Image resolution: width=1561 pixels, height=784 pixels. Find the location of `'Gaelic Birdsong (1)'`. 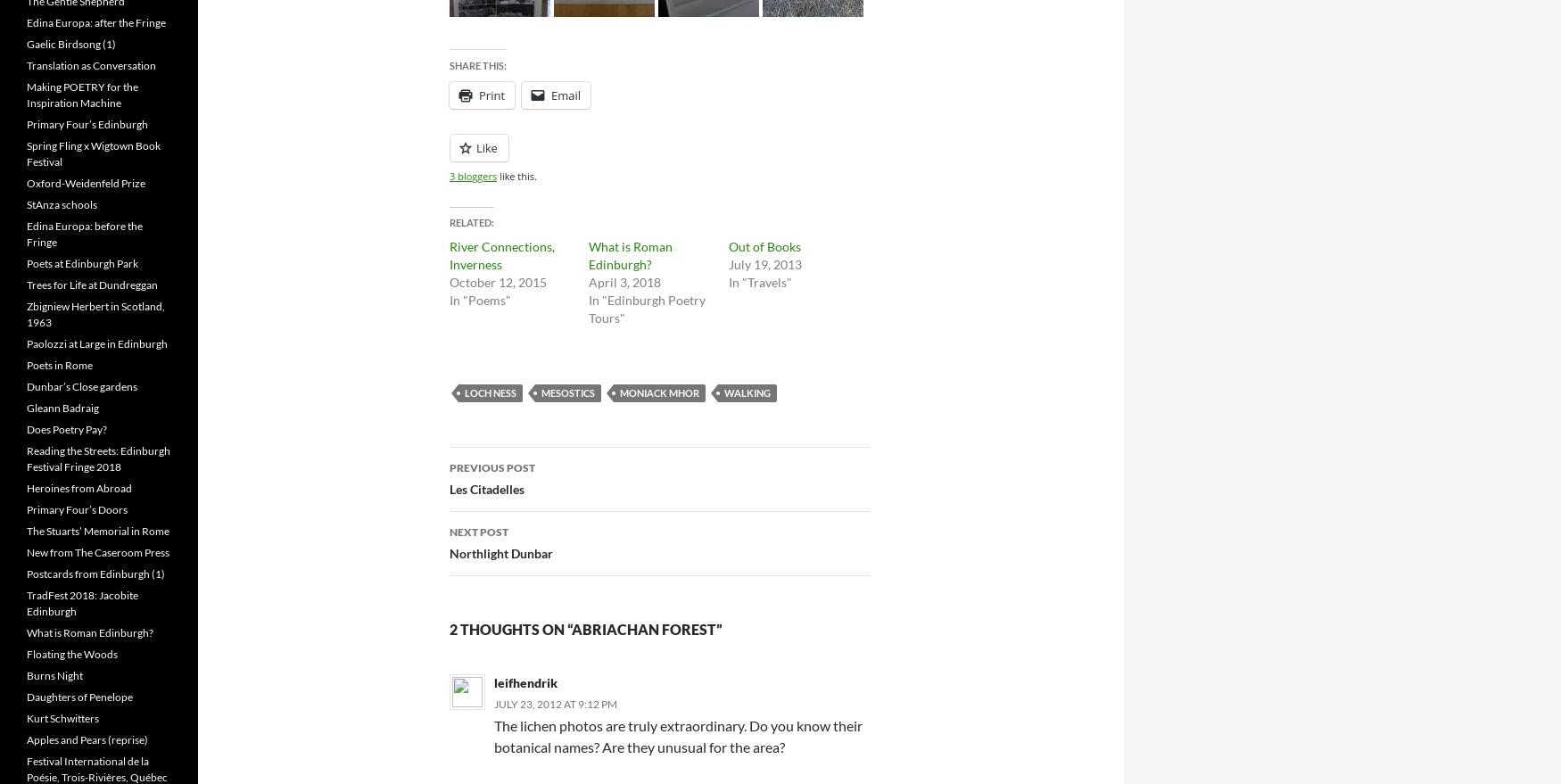

'Gaelic Birdsong (1)' is located at coordinates (70, 44).